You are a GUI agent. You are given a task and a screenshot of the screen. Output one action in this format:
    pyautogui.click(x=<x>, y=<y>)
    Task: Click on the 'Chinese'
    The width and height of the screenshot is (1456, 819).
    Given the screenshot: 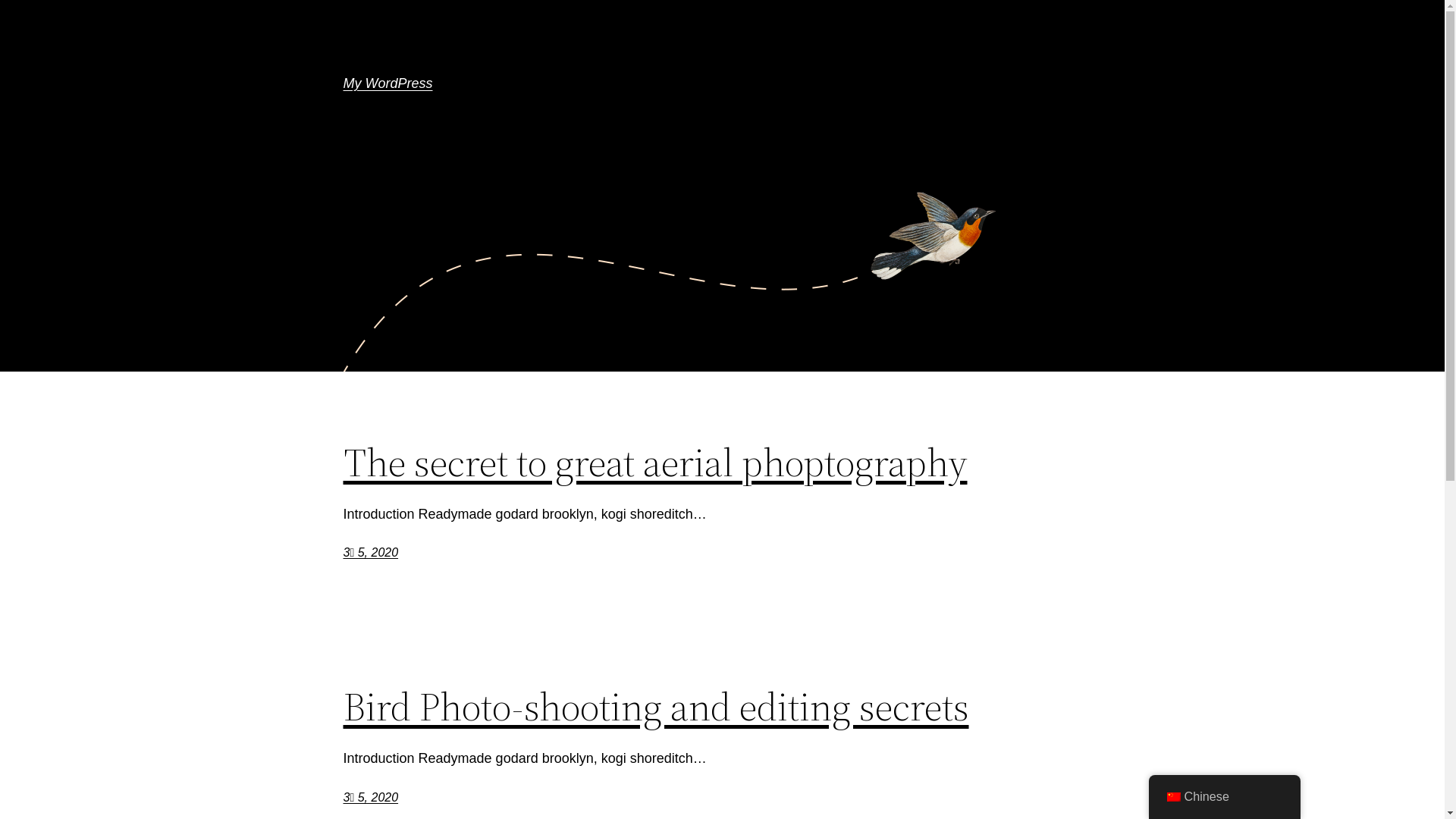 What is the action you would take?
    pyautogui.click(x=1223, y=795)
    